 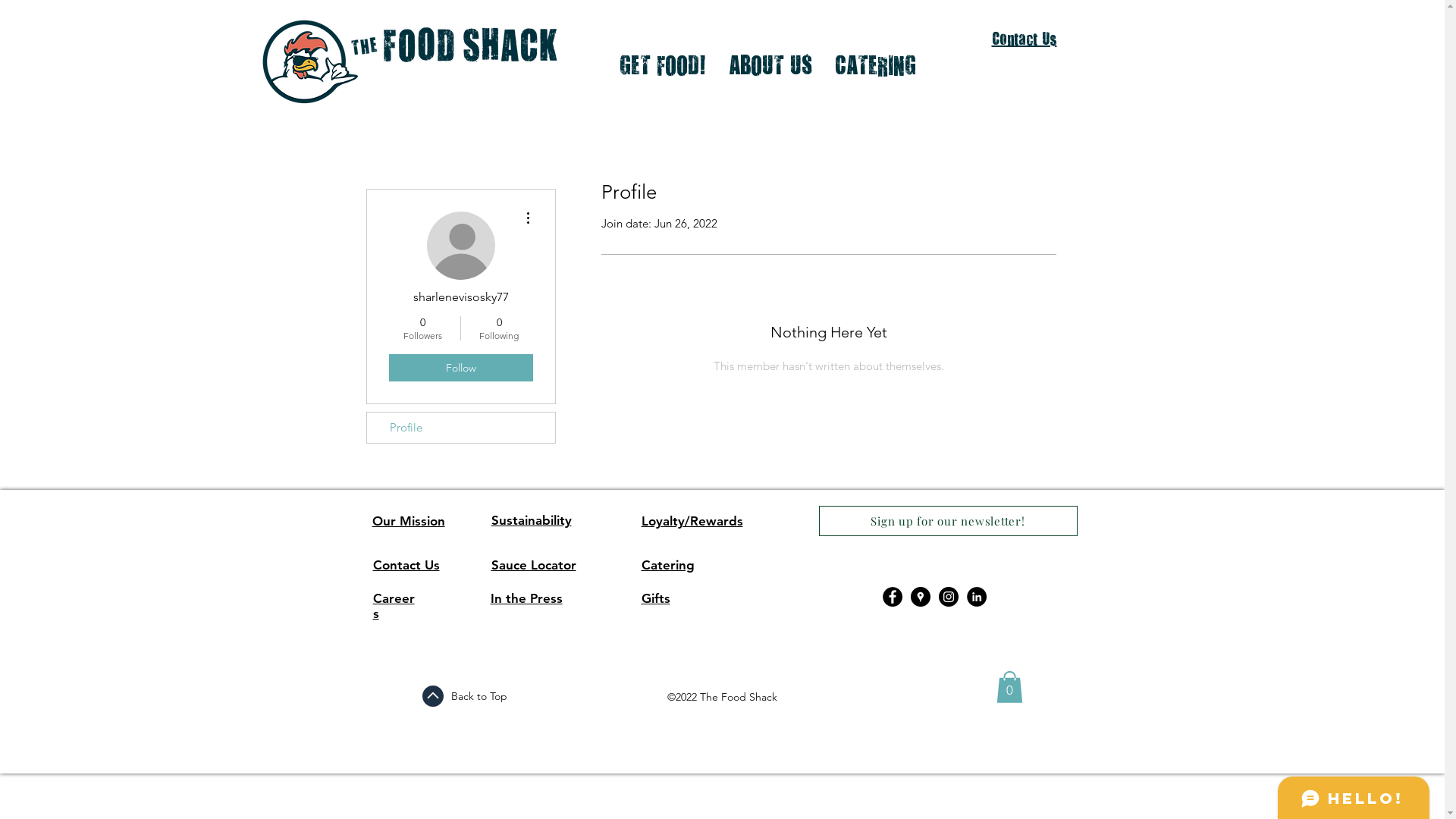 What do you see at coordinates (526, 598) in the screenshot?
I see `'In the Press'` at bounding box center [526, 598].